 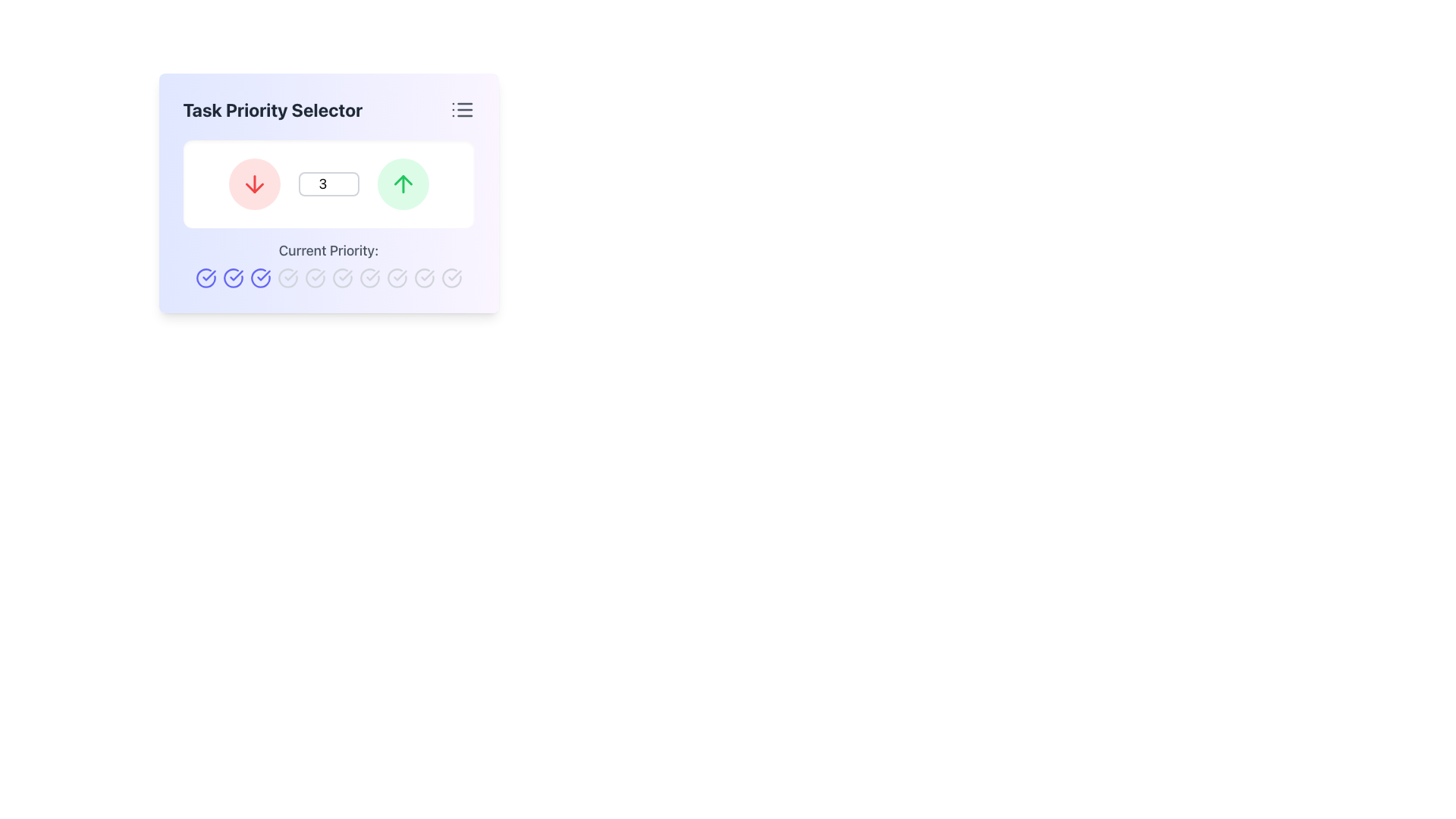 What do you see at coordinates (369, 278) in the screenshot?
I see `the circled checkmark icon with a gray outline located as the eighth item in the row of icons under the 'Current Priority' label in the 'Task Priority Selector' component` at bounding box center [369, 278].